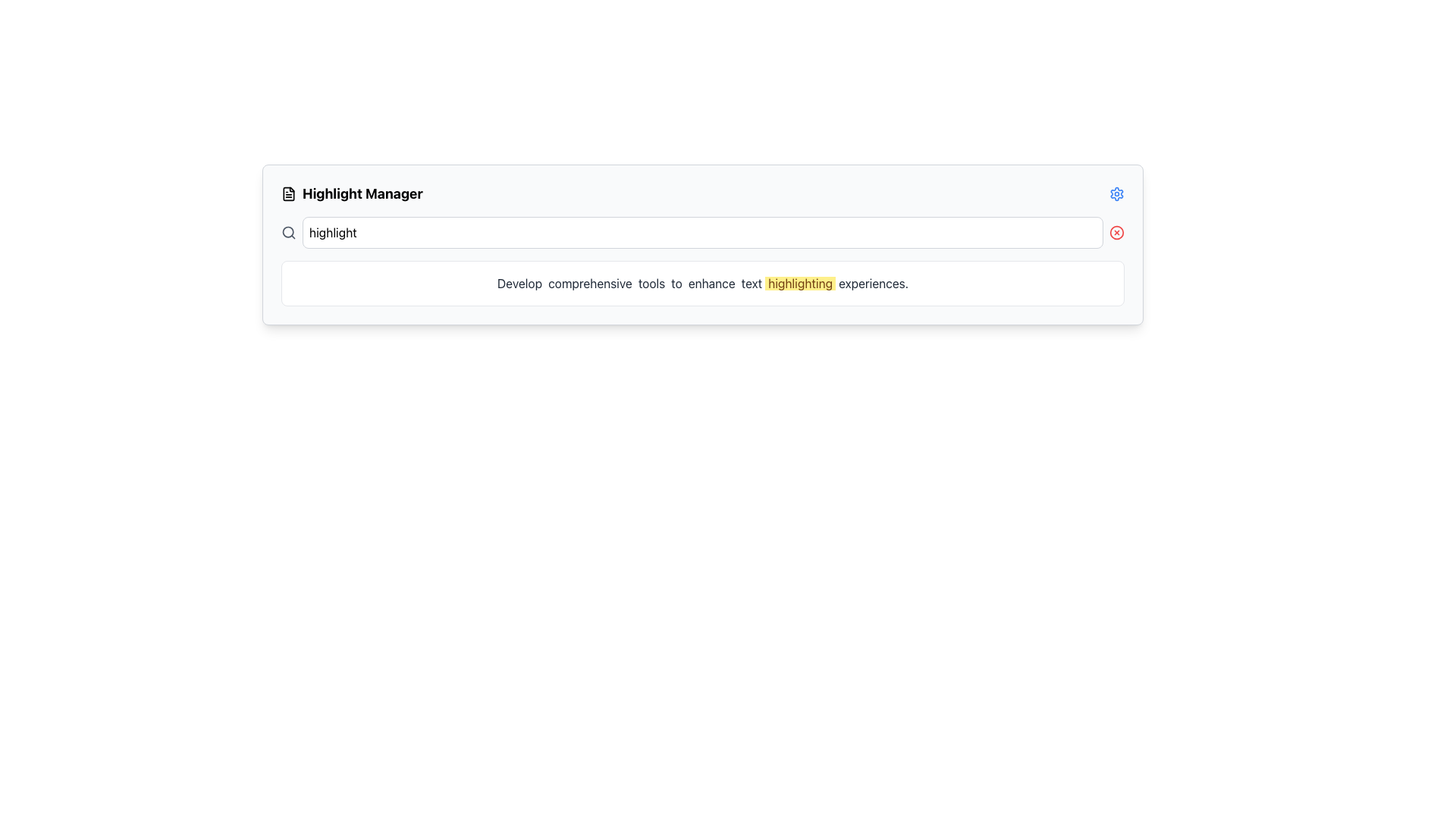  What do you see at coordinates (519, 284) in the screenshot?
I see `the text label displaying the word 'Develop' which is positioned at the beginning of the sentence 'Develop comprehensive tools to enhance text highlighting experiences.'` at bounding box center [519, 284].